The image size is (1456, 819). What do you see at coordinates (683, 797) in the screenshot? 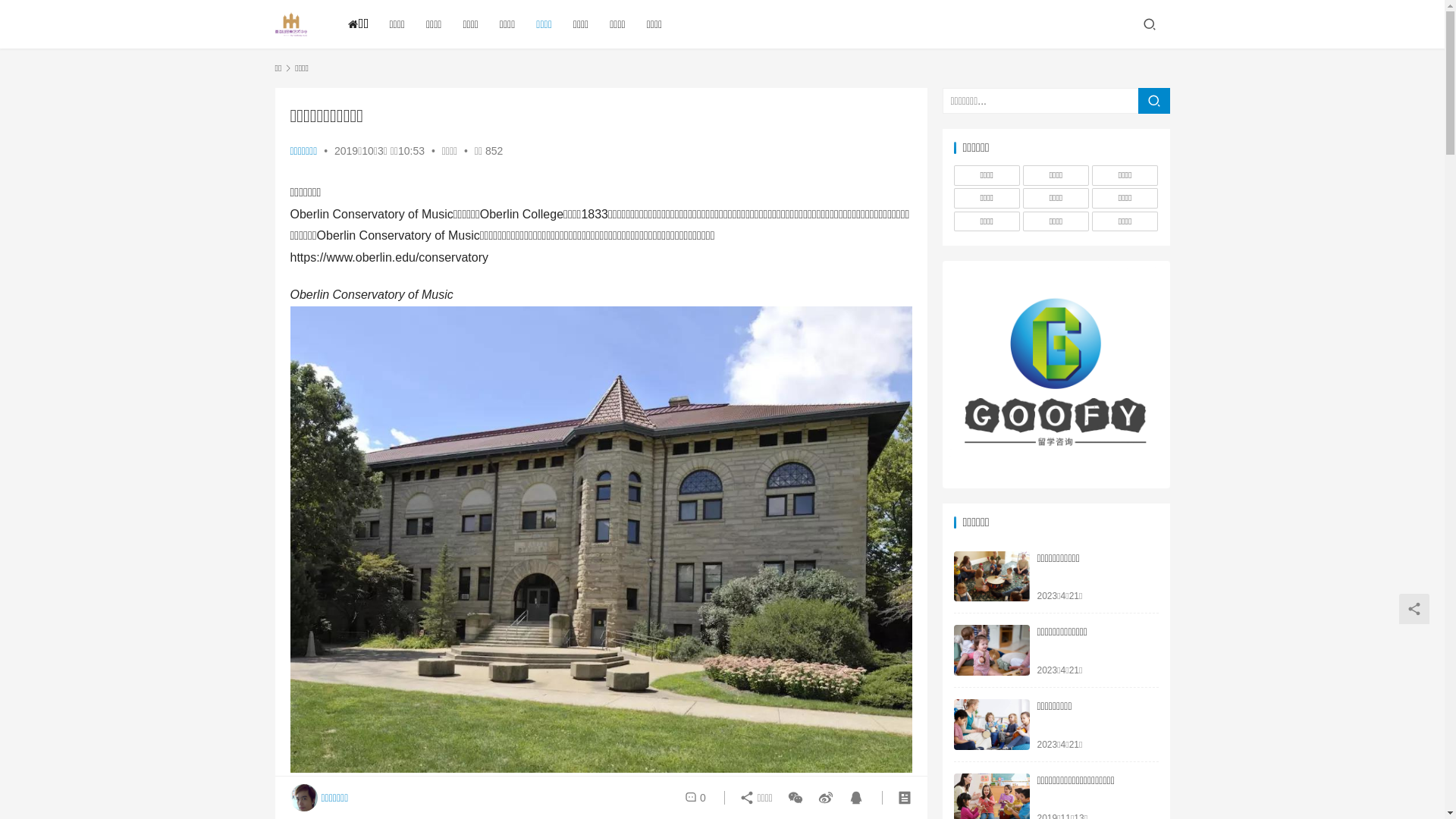
I see `'0'` at bounding box center [683, 797].